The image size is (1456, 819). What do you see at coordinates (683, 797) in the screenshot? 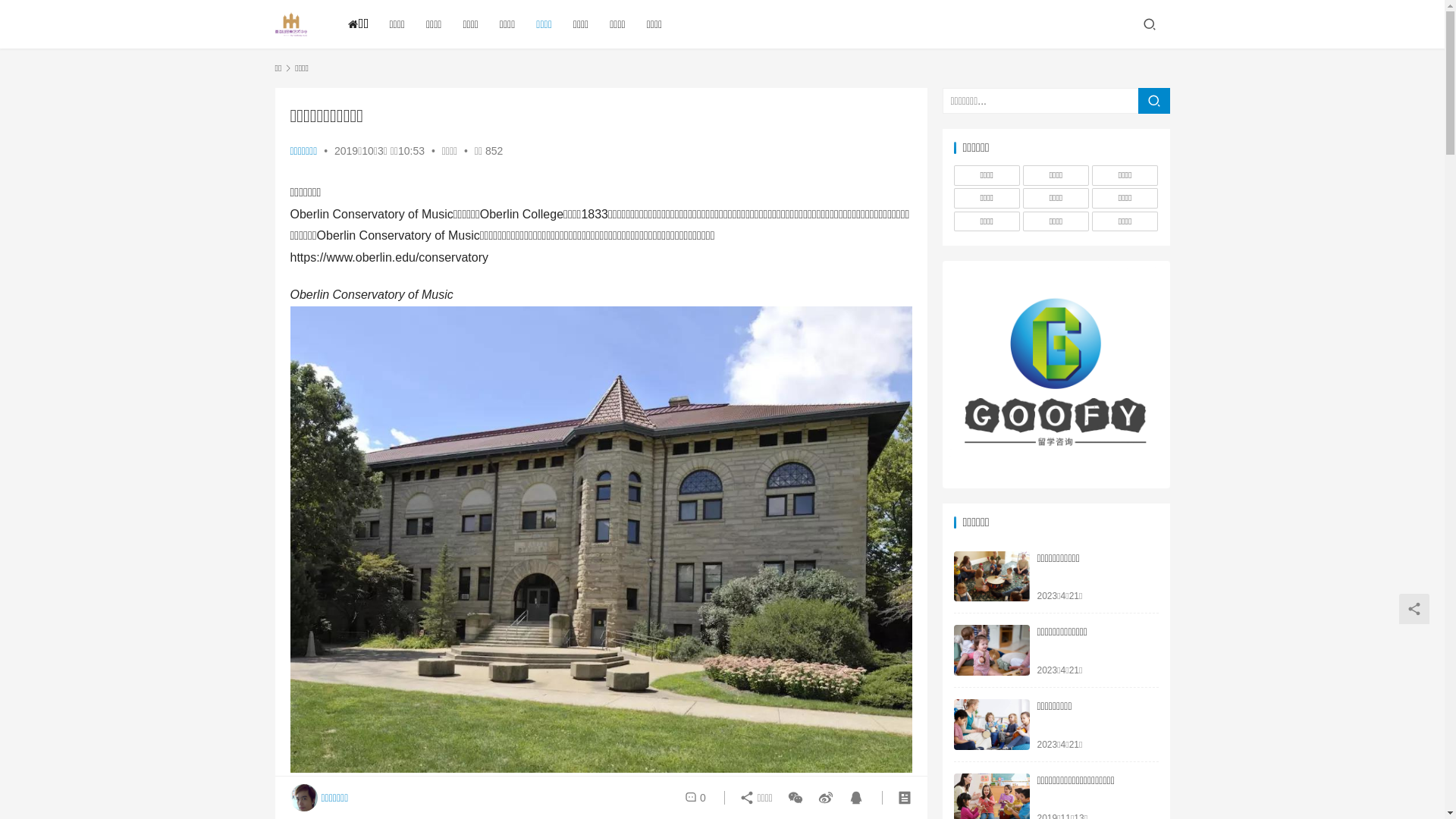
I see `'0'` at bounding box center [683, 797].